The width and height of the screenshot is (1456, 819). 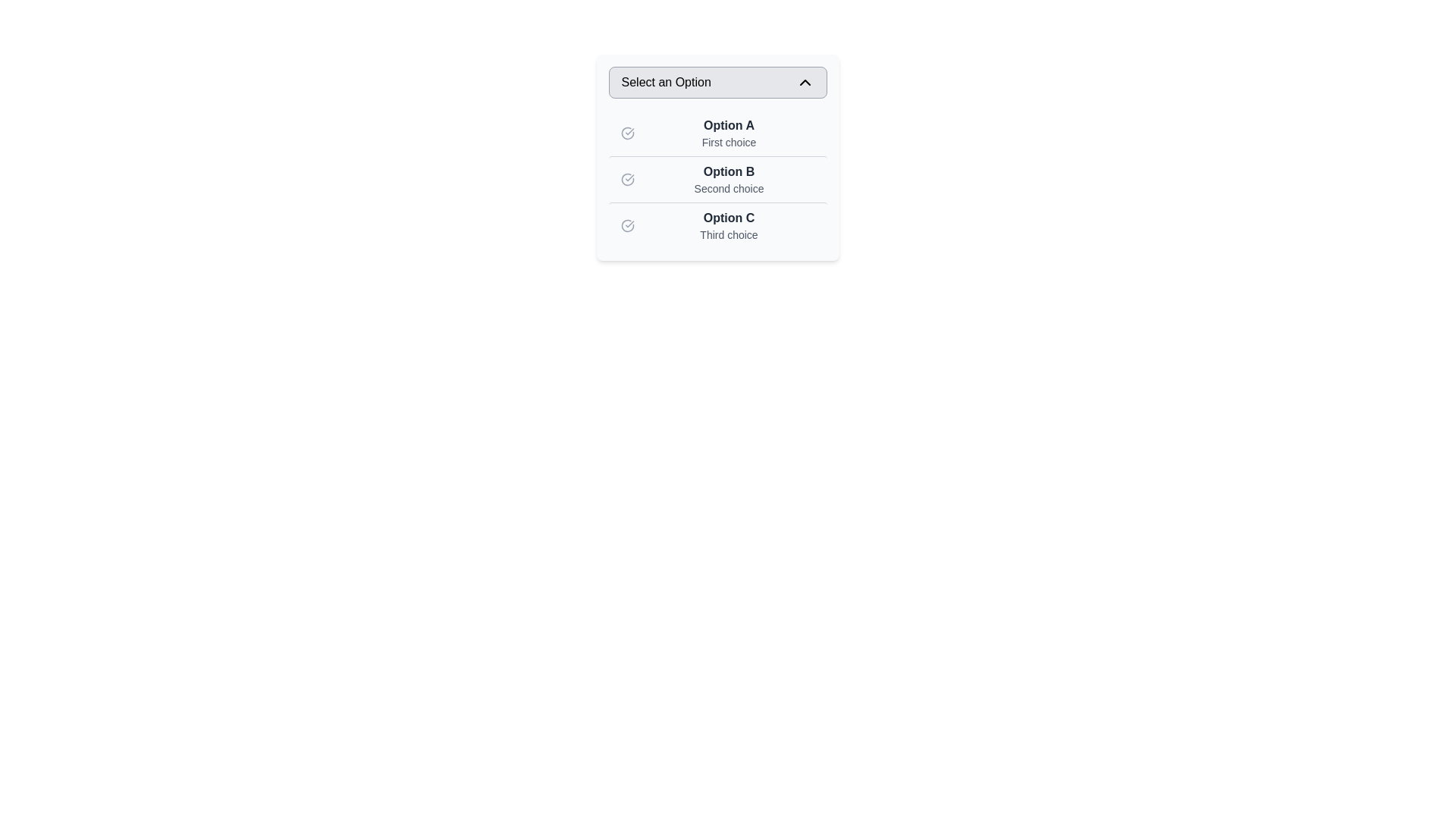 What do you see at coordinates (717, 225) in the screenshot?
I see `the List Item containing the circular check icon and the text 'Option C' with subtitle 'Third choice'` at bounding box center [717, 225].